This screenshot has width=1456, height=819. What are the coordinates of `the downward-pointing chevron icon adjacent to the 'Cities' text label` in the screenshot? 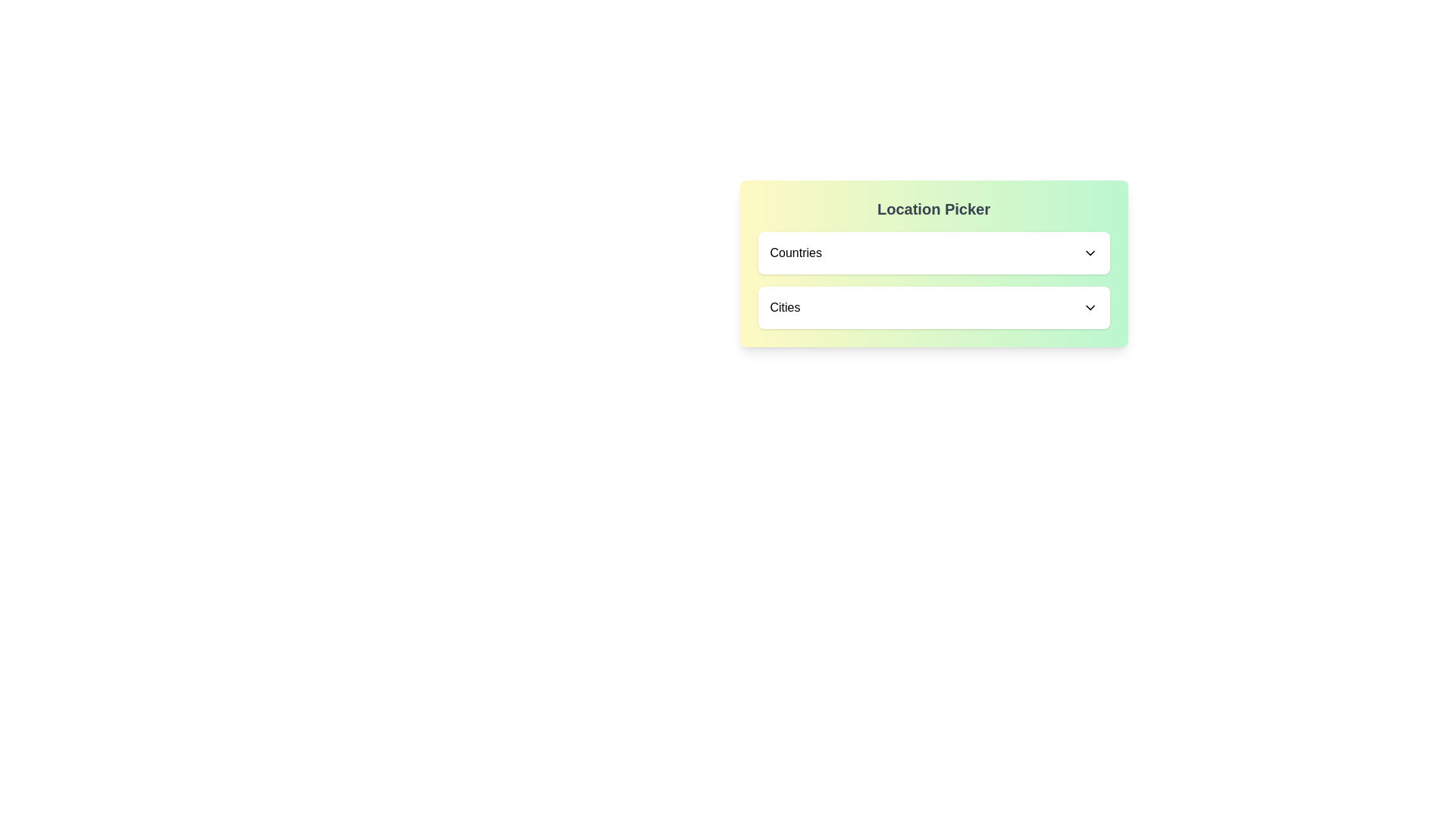 It's located at (1089, 307).